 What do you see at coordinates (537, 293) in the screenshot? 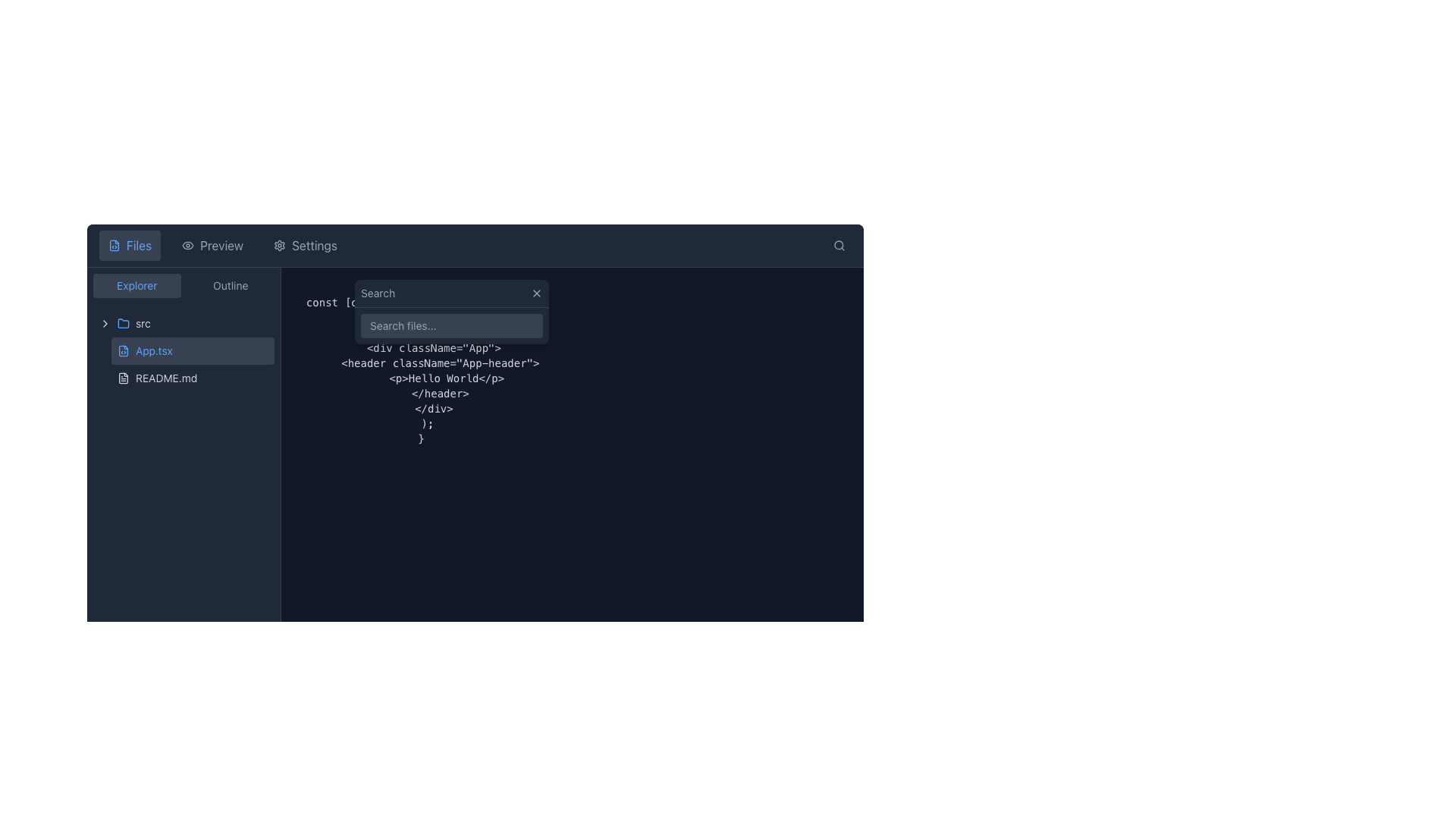
I see `the dismiss button located in the 'Search' section at the top-center of the interface, adjacent to the text 'Search', to observe the hover effect` at bounding box center [537, 293].